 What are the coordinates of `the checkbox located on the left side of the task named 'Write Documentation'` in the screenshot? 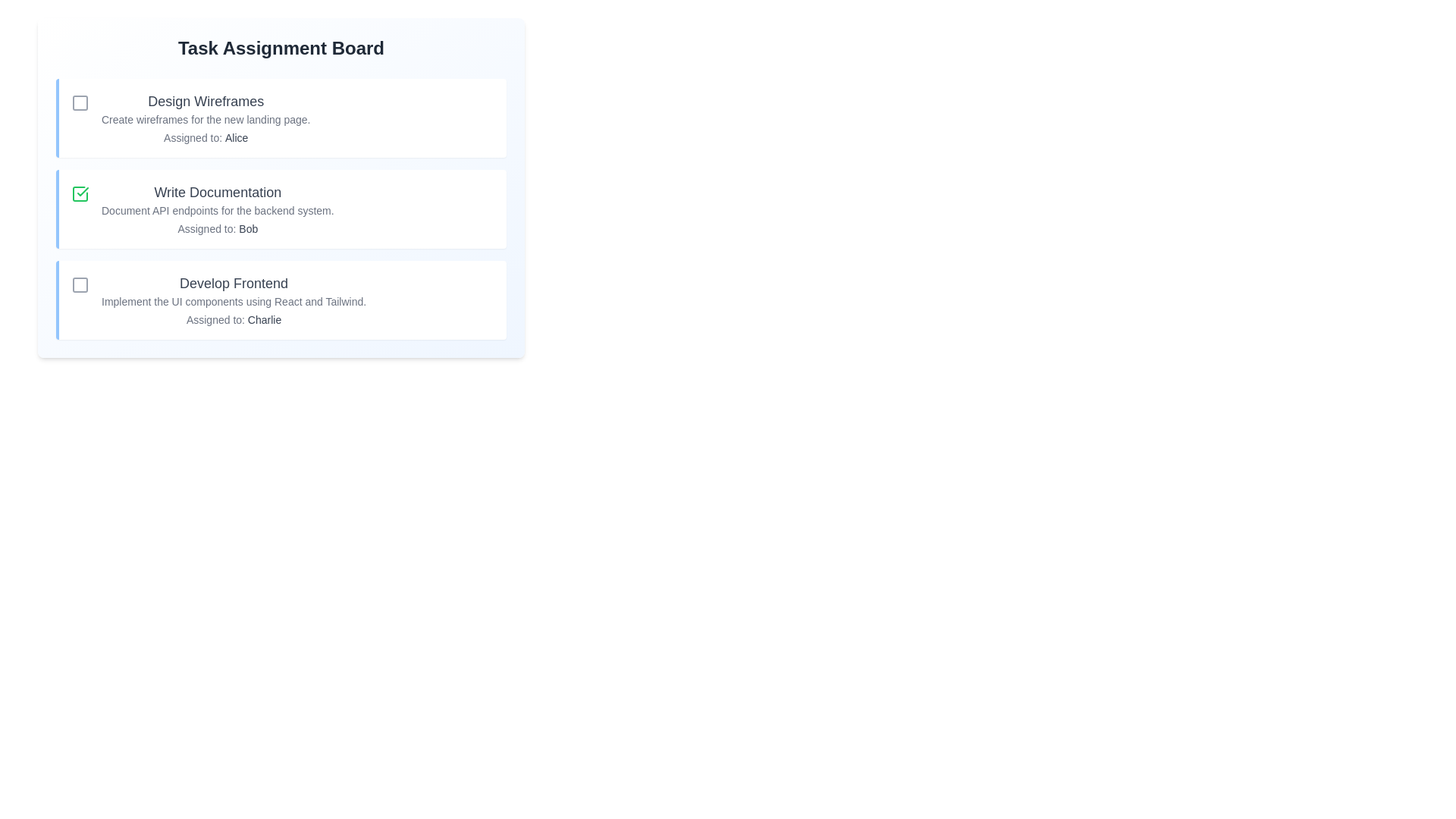 It's located at (79, 193).